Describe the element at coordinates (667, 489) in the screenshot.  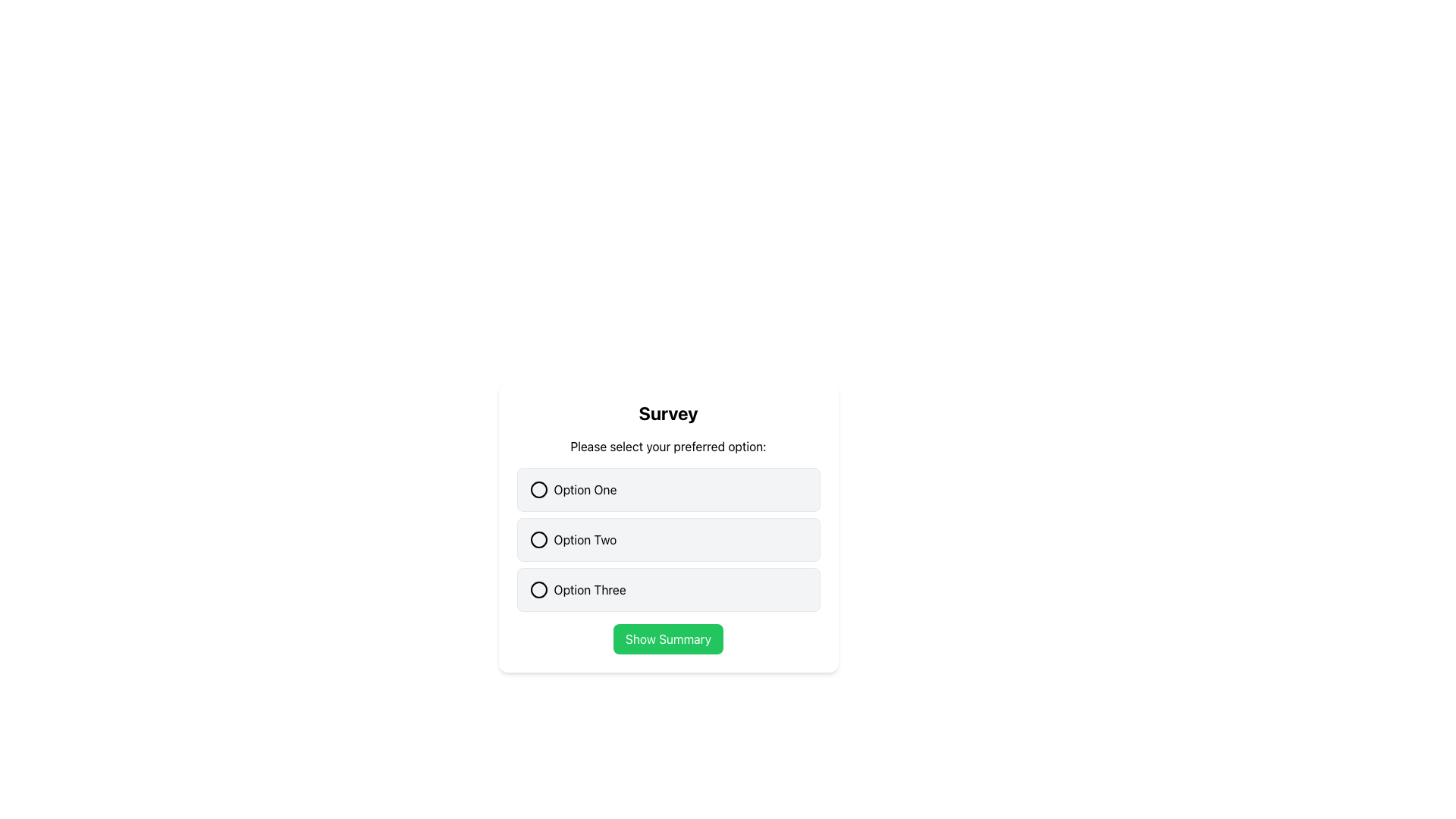
I see `the first radio button labeled 'Option One' in the survey section, which is styled as a rounded rectangle with a light gray background and black border` at that location.